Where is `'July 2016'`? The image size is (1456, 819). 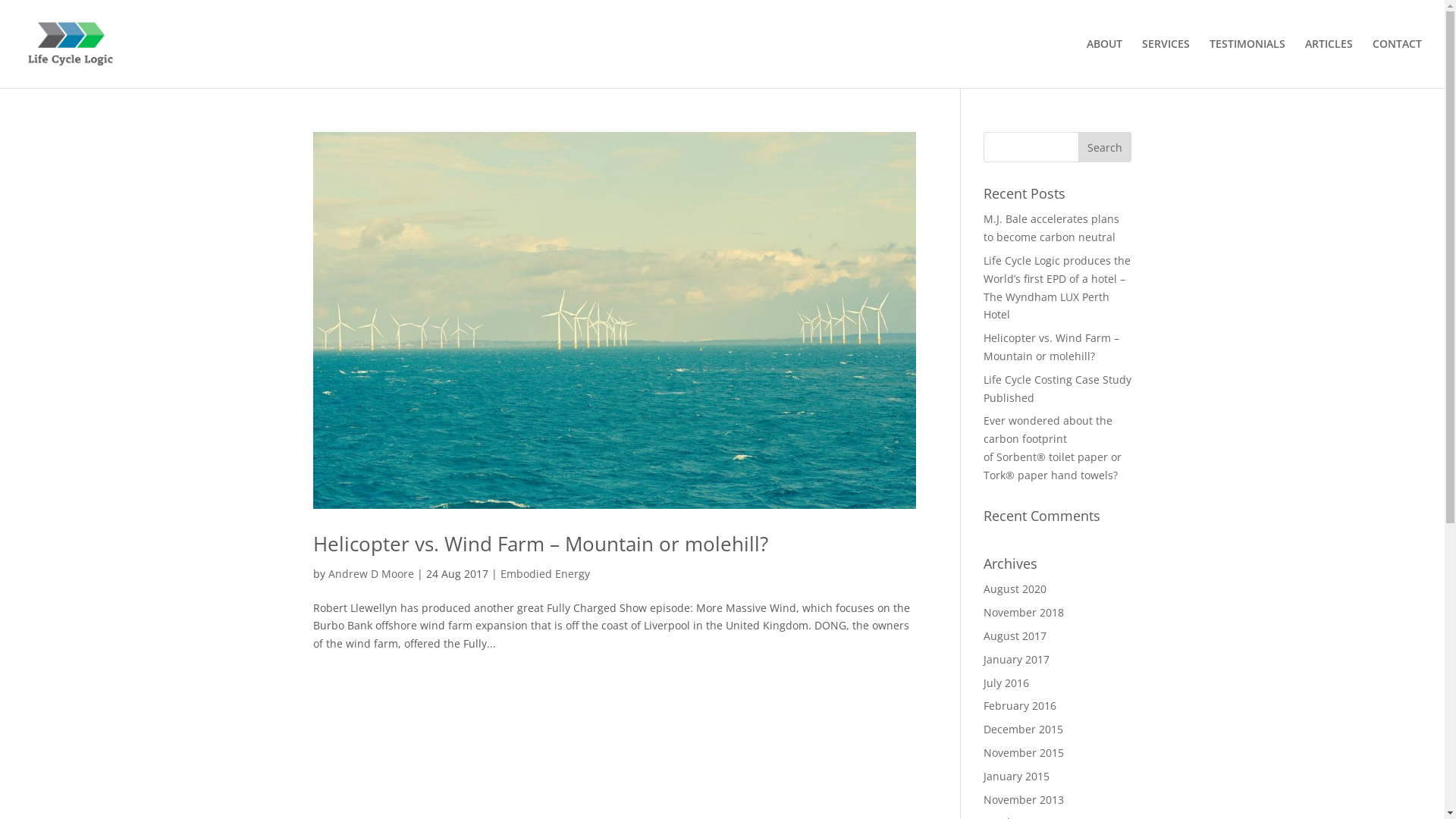 'July 2016' is located at coordinates (1006, 682).